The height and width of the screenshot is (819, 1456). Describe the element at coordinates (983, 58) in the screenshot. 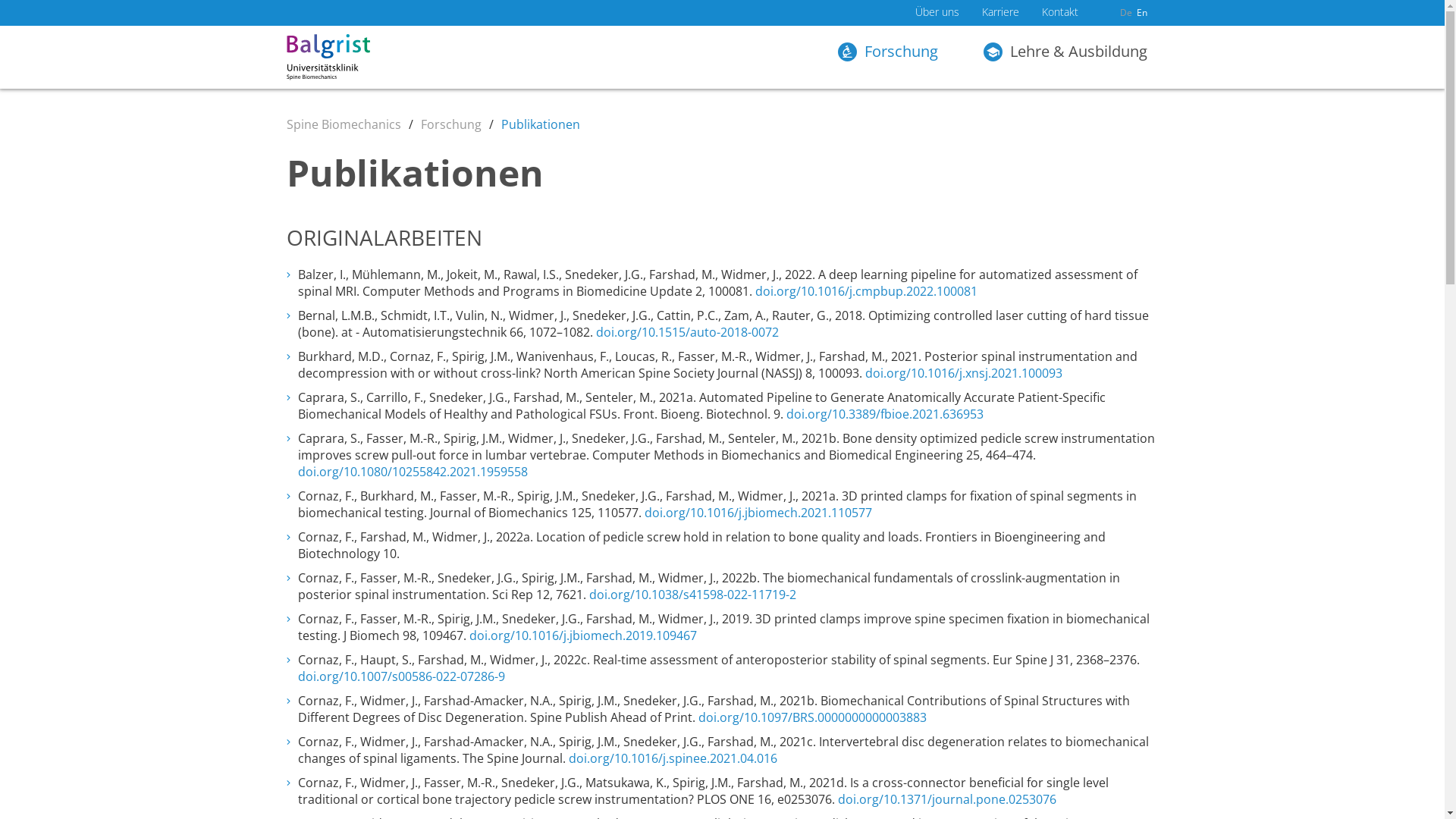

I see `'Lehre & Ausbildung'` at that location.